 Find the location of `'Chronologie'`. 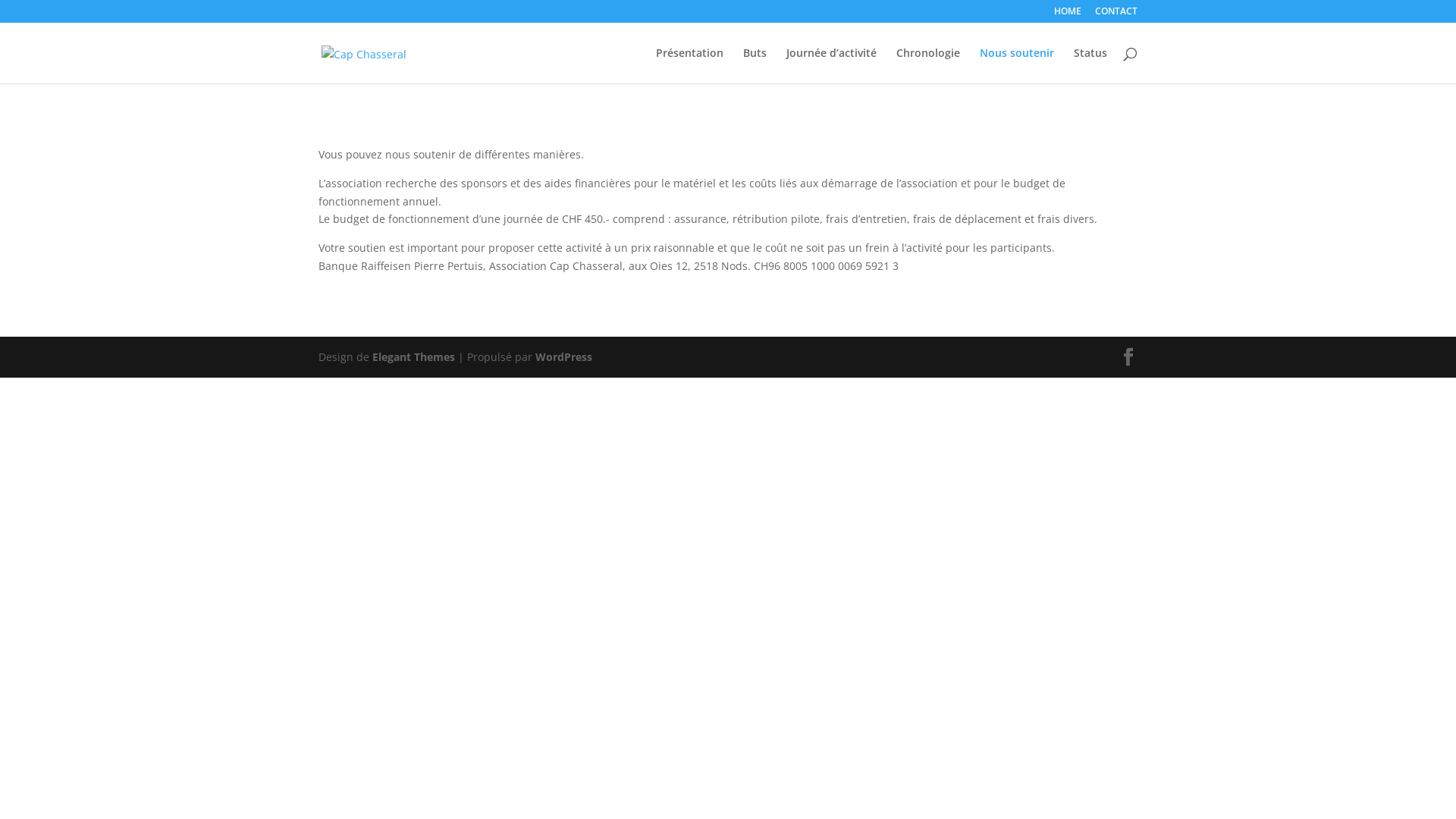

'Chronologie' is located at coordinates (927, 64).